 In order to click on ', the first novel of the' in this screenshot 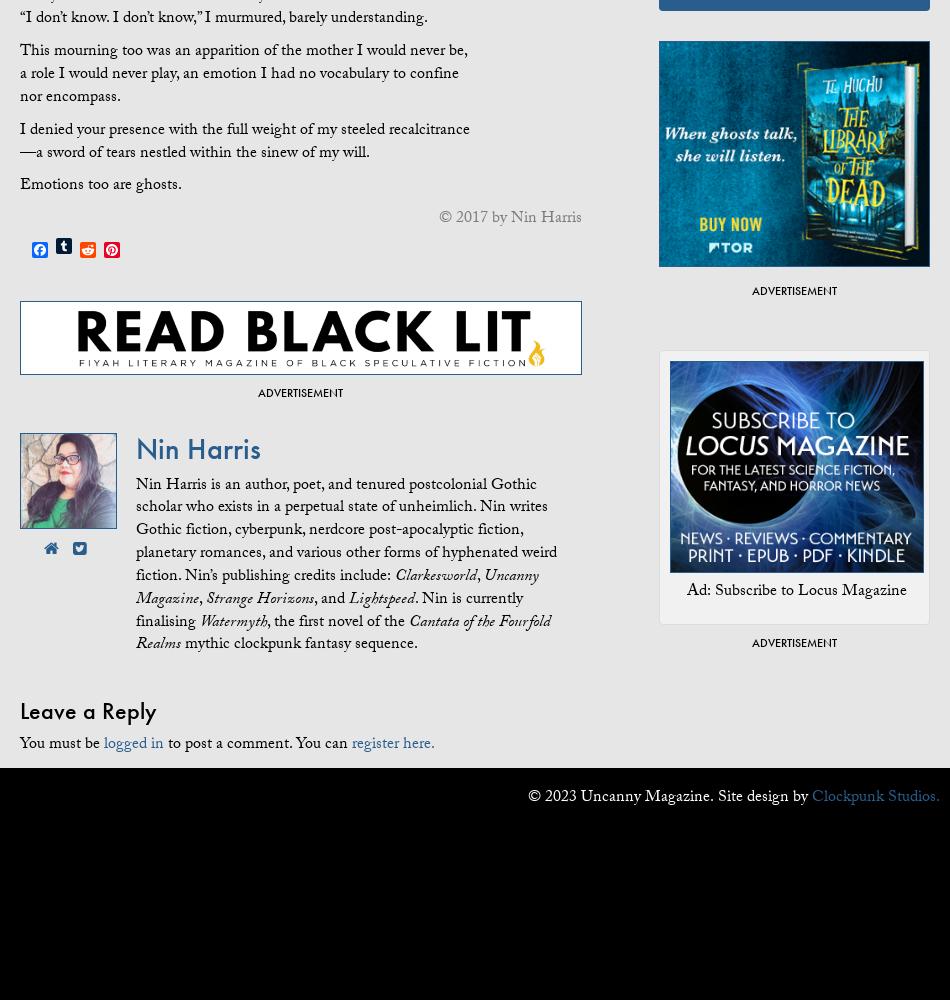, I will do `click(266, 621)`.